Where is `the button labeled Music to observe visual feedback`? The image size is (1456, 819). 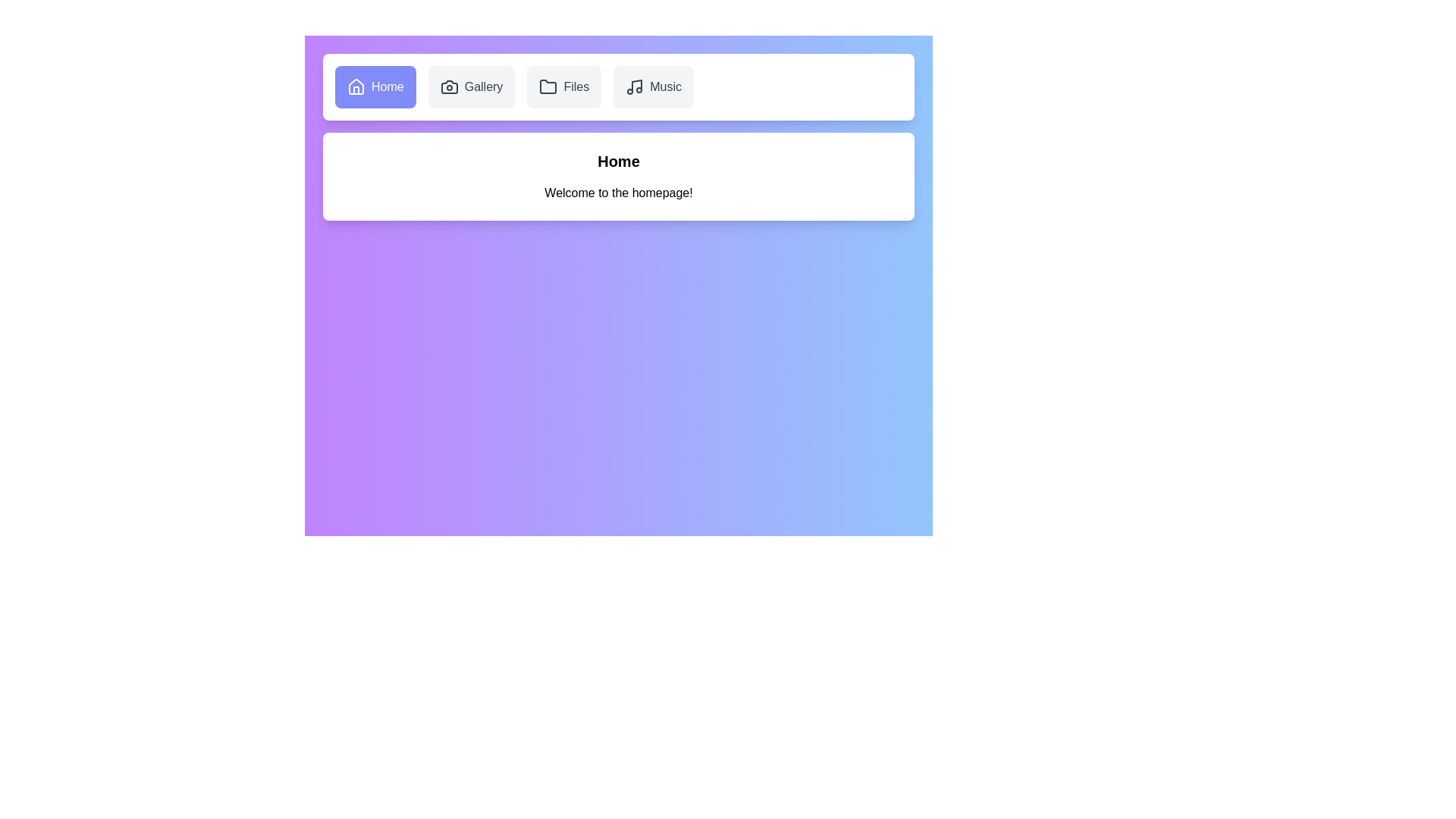 the button labeled Music to observe visual feedback is located at coordinates (654, 87).